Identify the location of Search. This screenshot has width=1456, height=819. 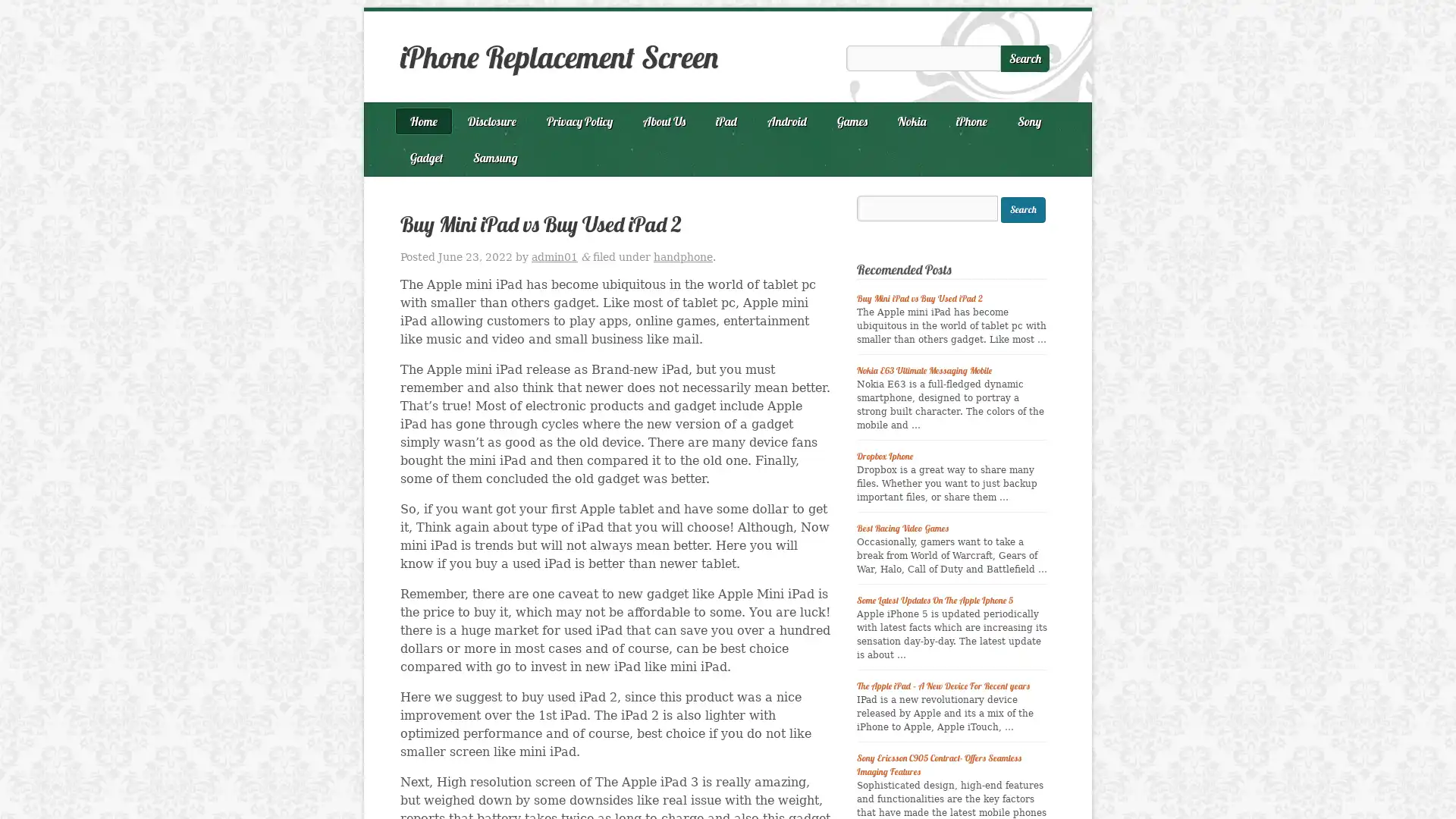
(1025, 58).